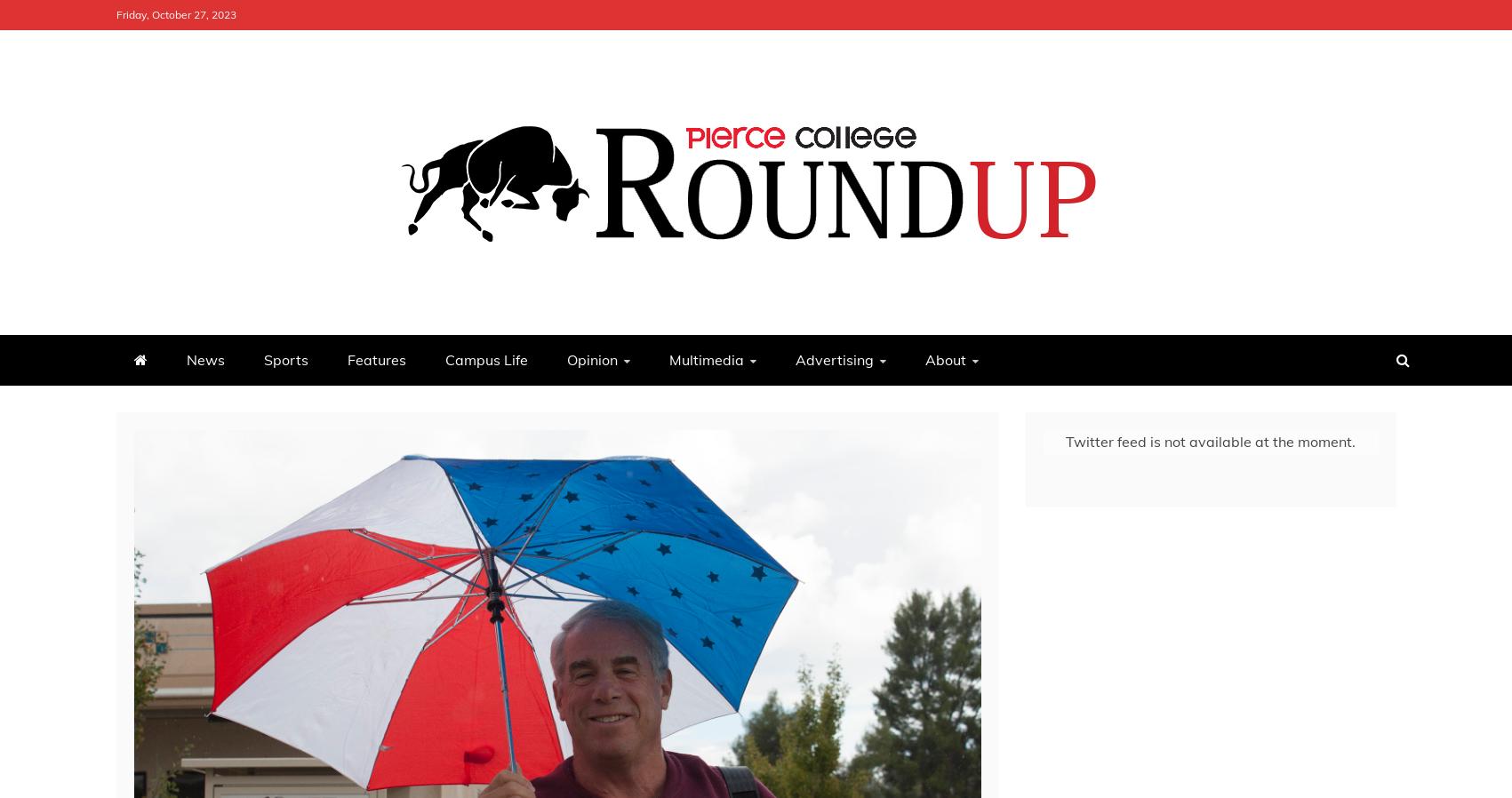  I want to click on 'Campus Life', so click(444, 359).